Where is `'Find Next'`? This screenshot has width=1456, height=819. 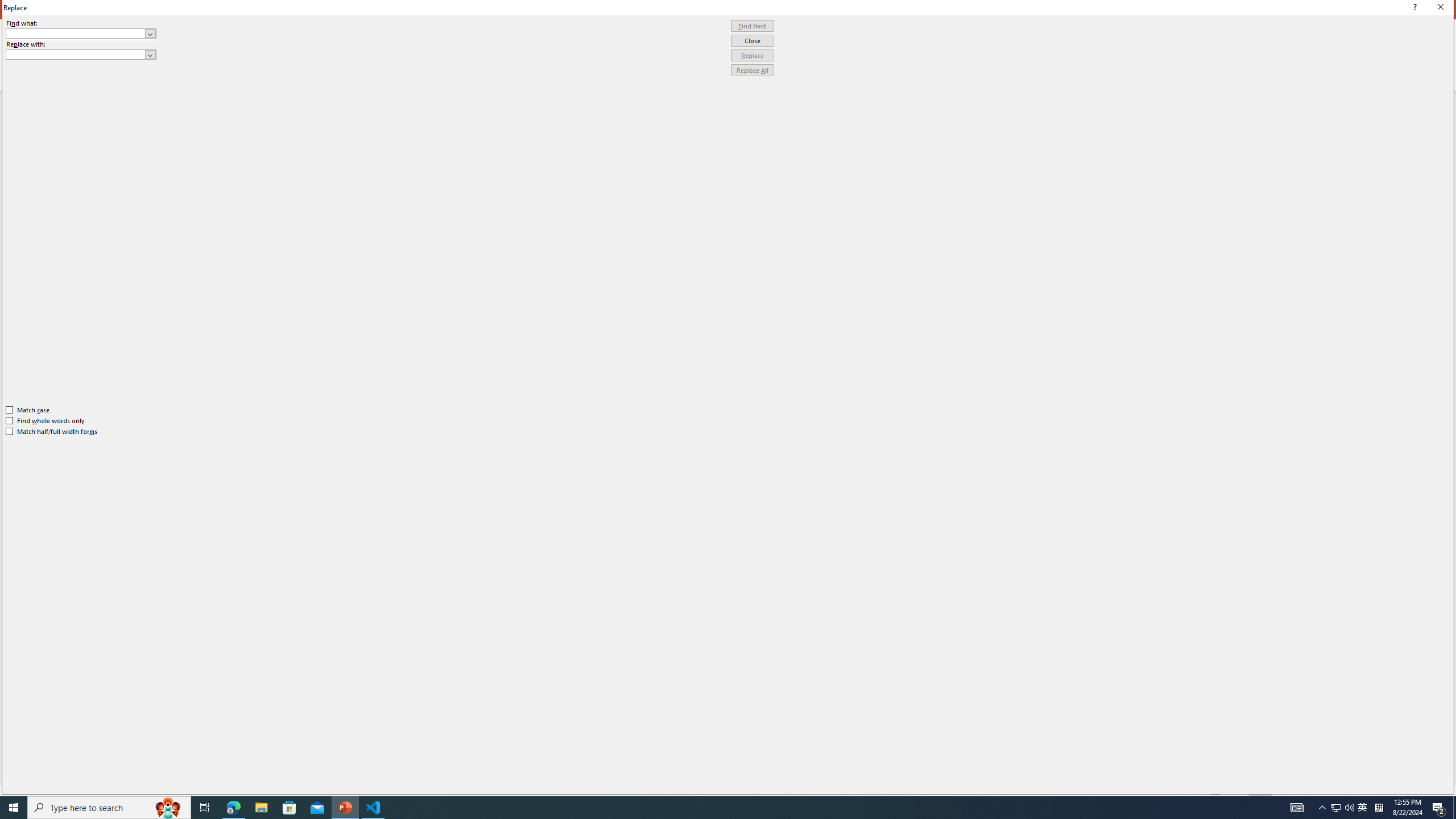
'Find Next' is located at coordinates (752, 26).